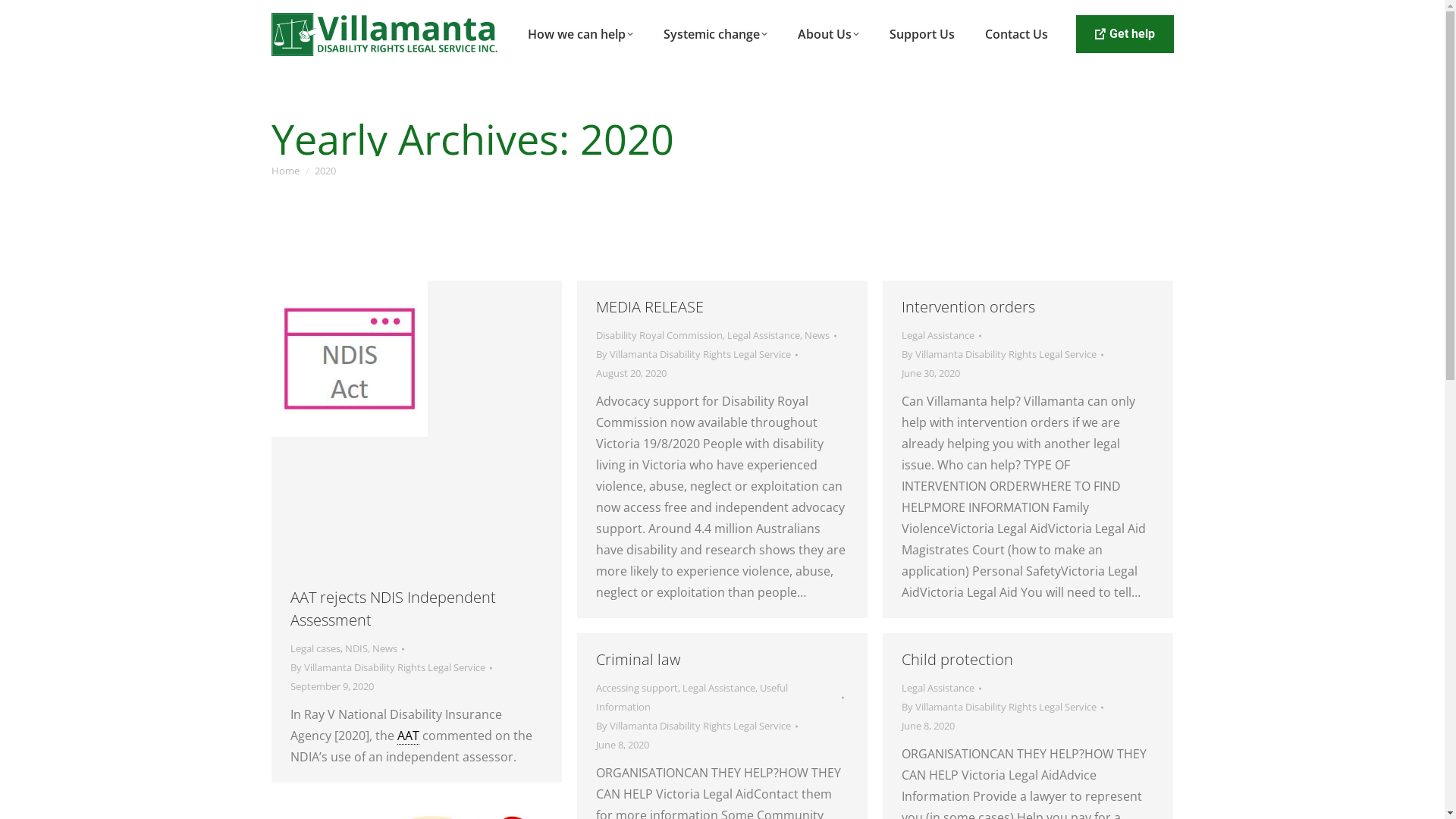 This screenshot has width=1456, height=819. Describe the element at coordinates (967, 306) in the screenshot. I see `'Intervention orders'` at that location.